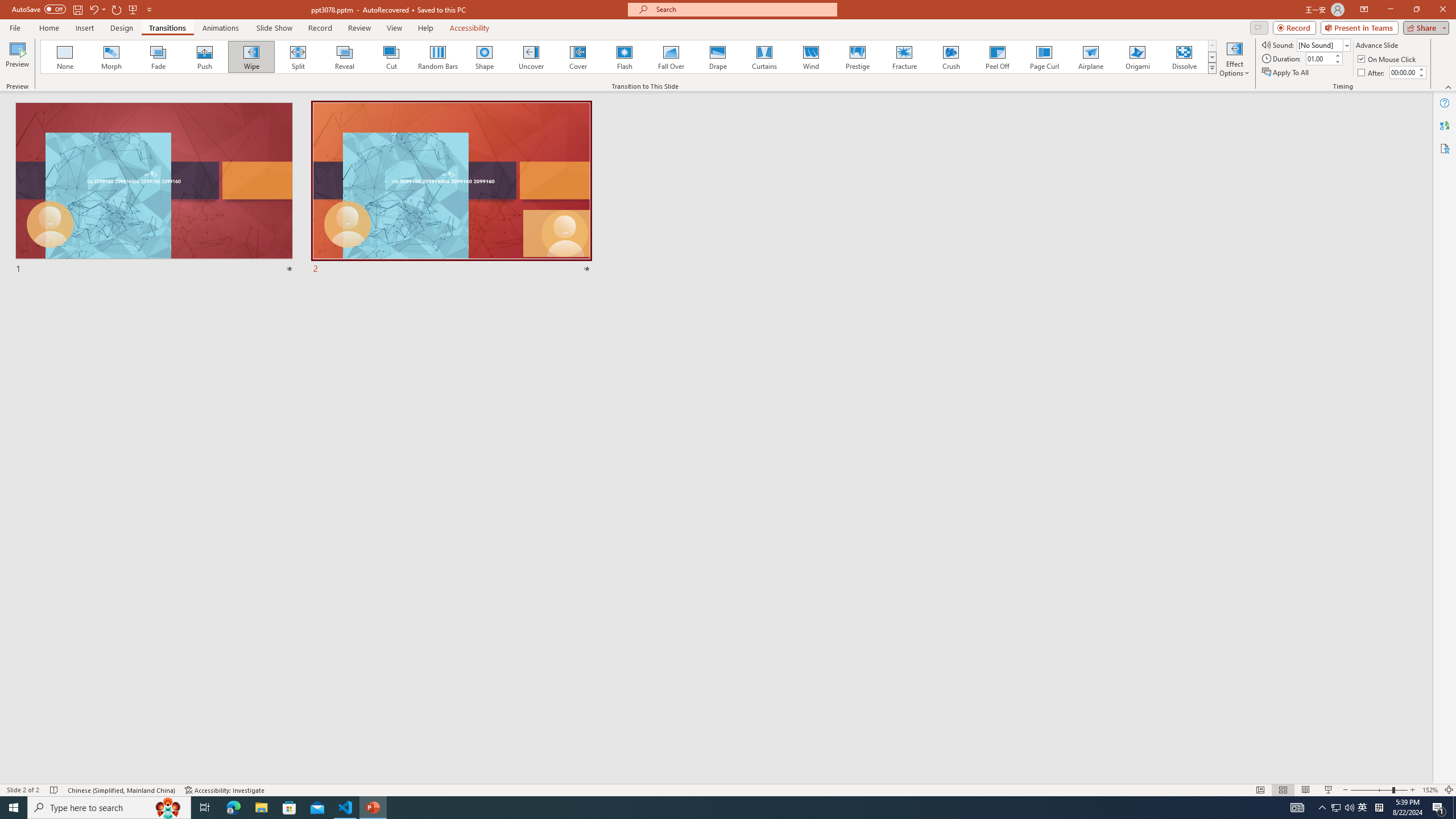  I want to click on 'Origami', so click(1136, 56).